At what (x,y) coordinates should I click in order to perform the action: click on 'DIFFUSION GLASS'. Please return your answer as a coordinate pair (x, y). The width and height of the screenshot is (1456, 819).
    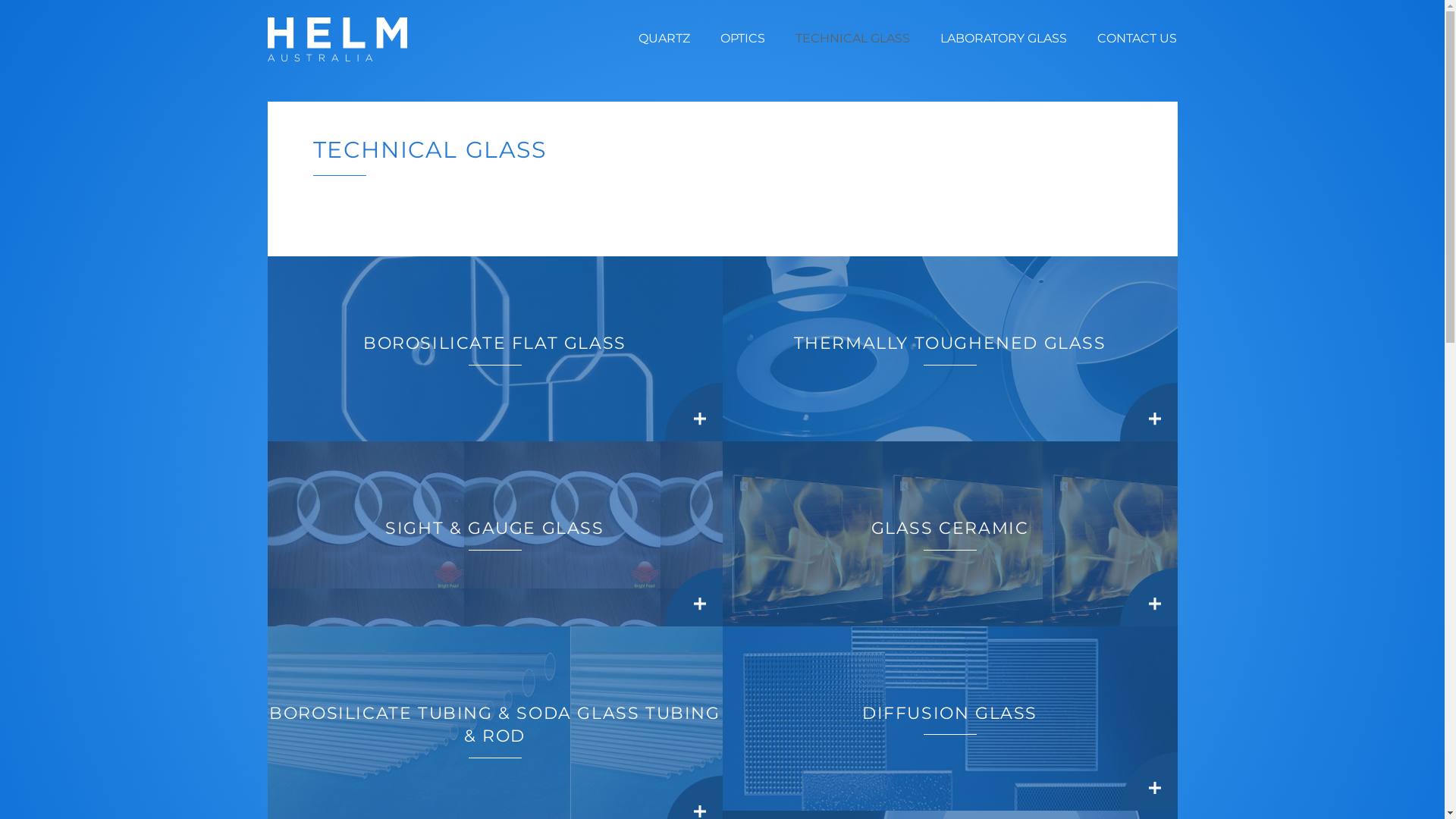
    Looking at the image, I should click on (949, 718).